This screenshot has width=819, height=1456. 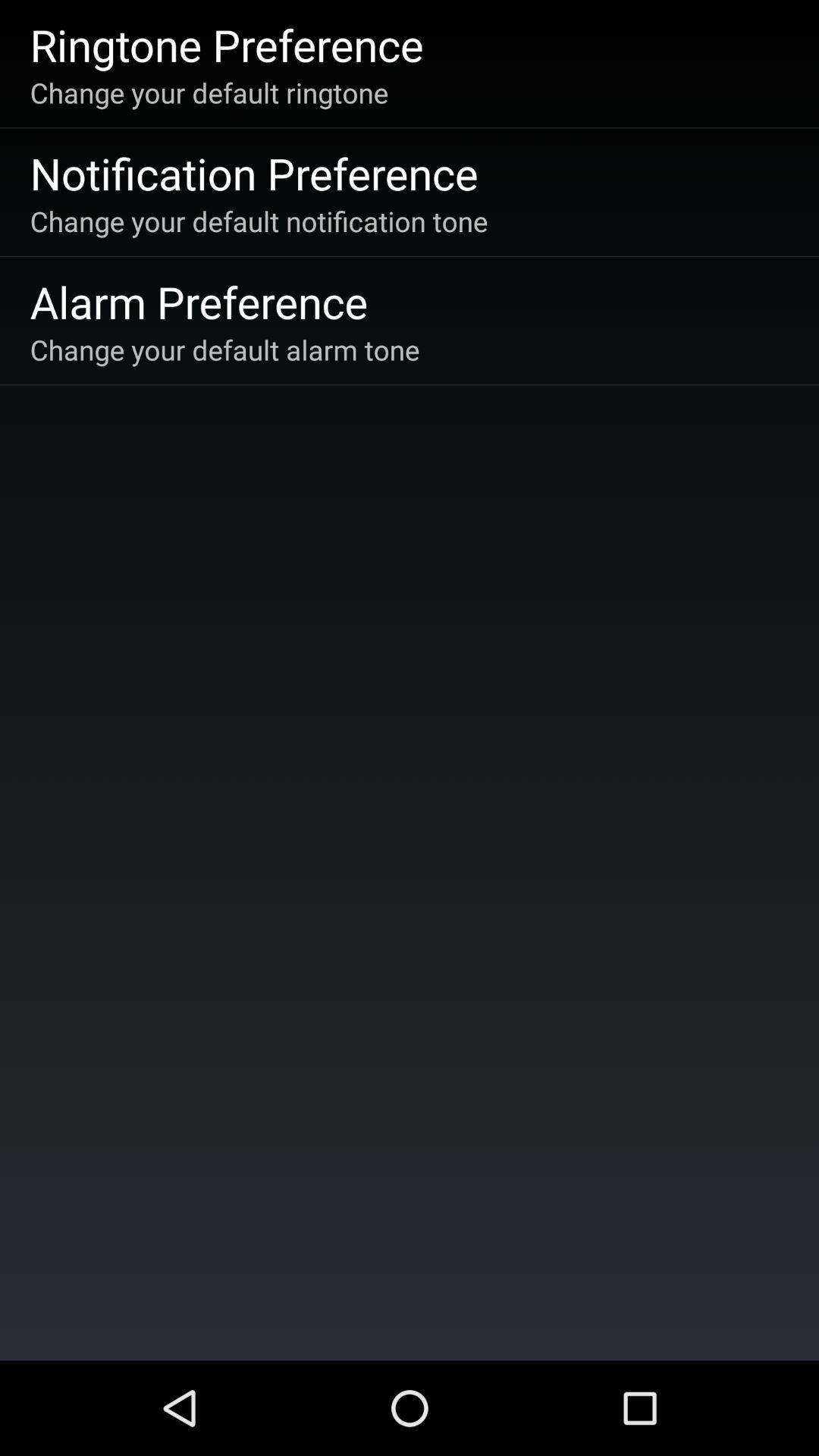 I want to click on ringtone preference, so click(x=227, y=44).